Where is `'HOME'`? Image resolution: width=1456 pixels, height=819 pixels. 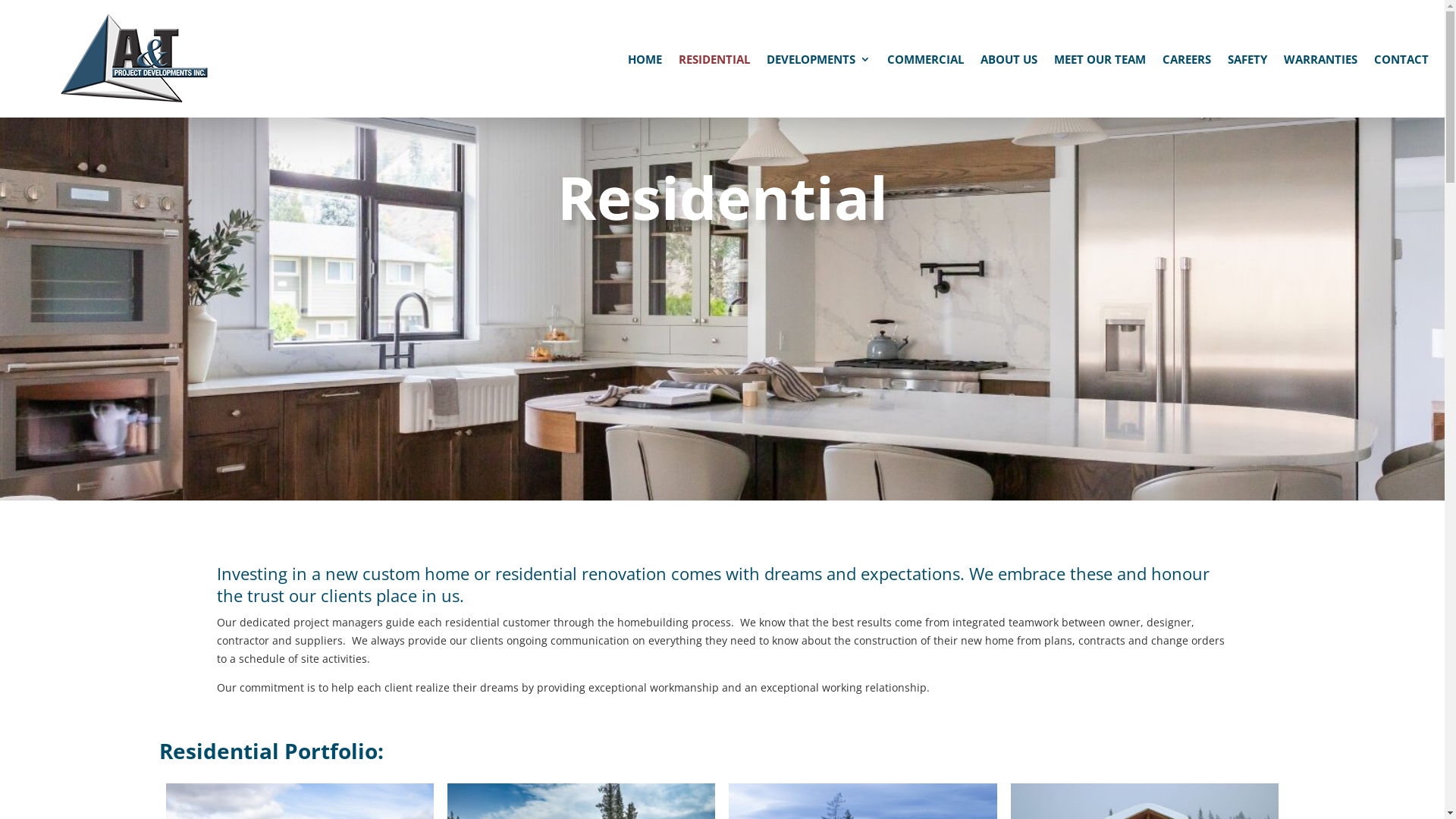
'HOME' is located at coordinates (645, 61).